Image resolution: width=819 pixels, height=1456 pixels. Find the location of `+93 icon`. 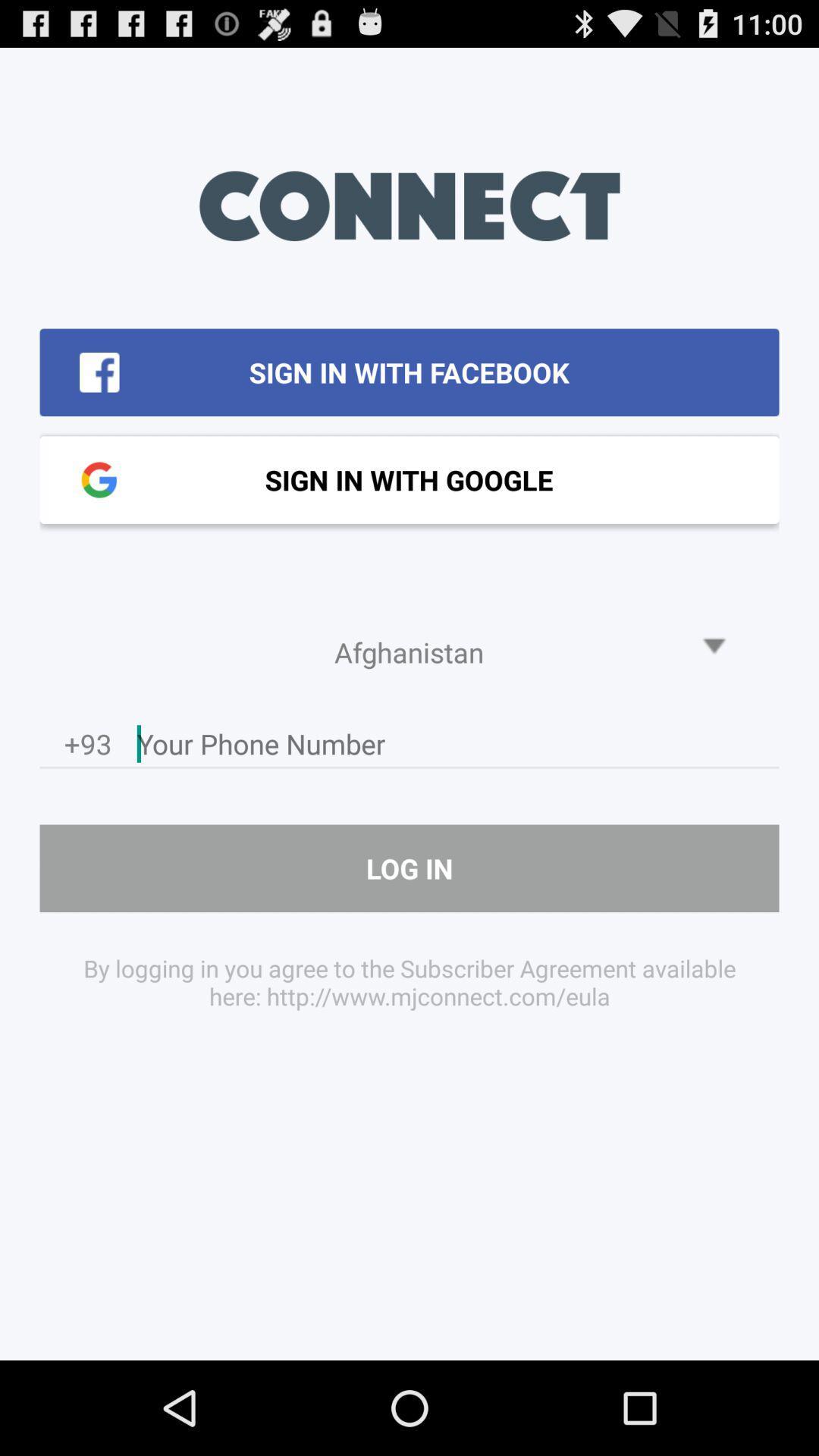

+93 icon is located at coordinates (88, 748).